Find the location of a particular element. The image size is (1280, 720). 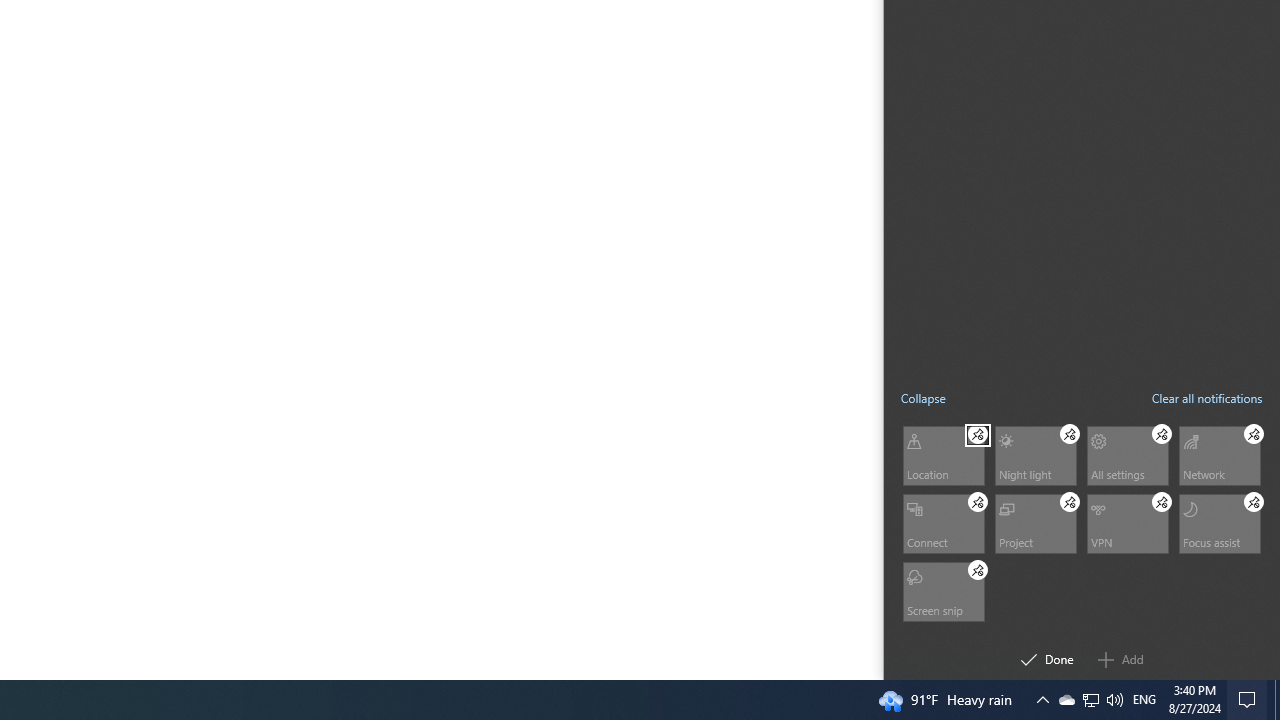

'Focus assist' is located at coordinates (1218, 522).